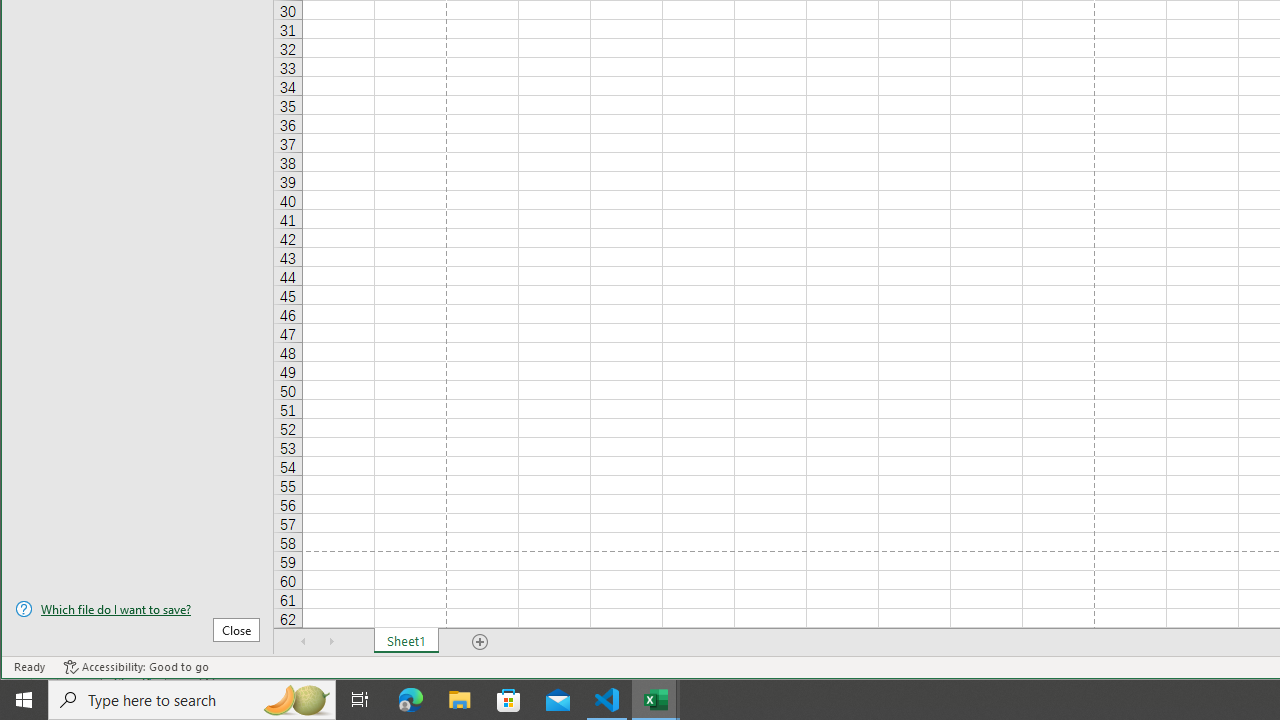 The width and height of the screenshot is (1280, 720). Describe the element at coordinates (136, 608) in the screenshot. I see `'Which file do I want to save?'` at that location.